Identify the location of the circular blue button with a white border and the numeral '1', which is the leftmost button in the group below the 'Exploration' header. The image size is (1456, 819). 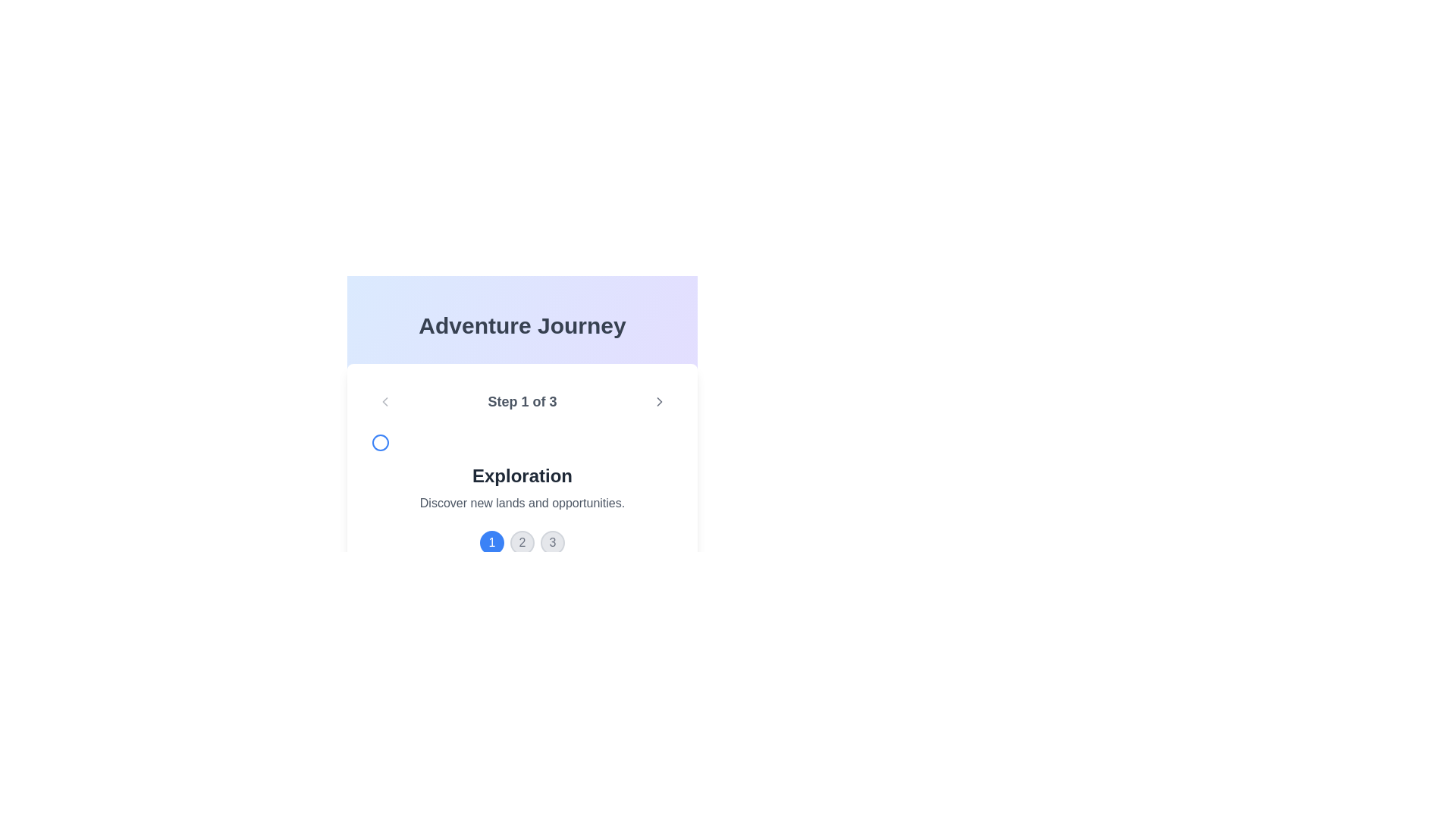
(491, 542).